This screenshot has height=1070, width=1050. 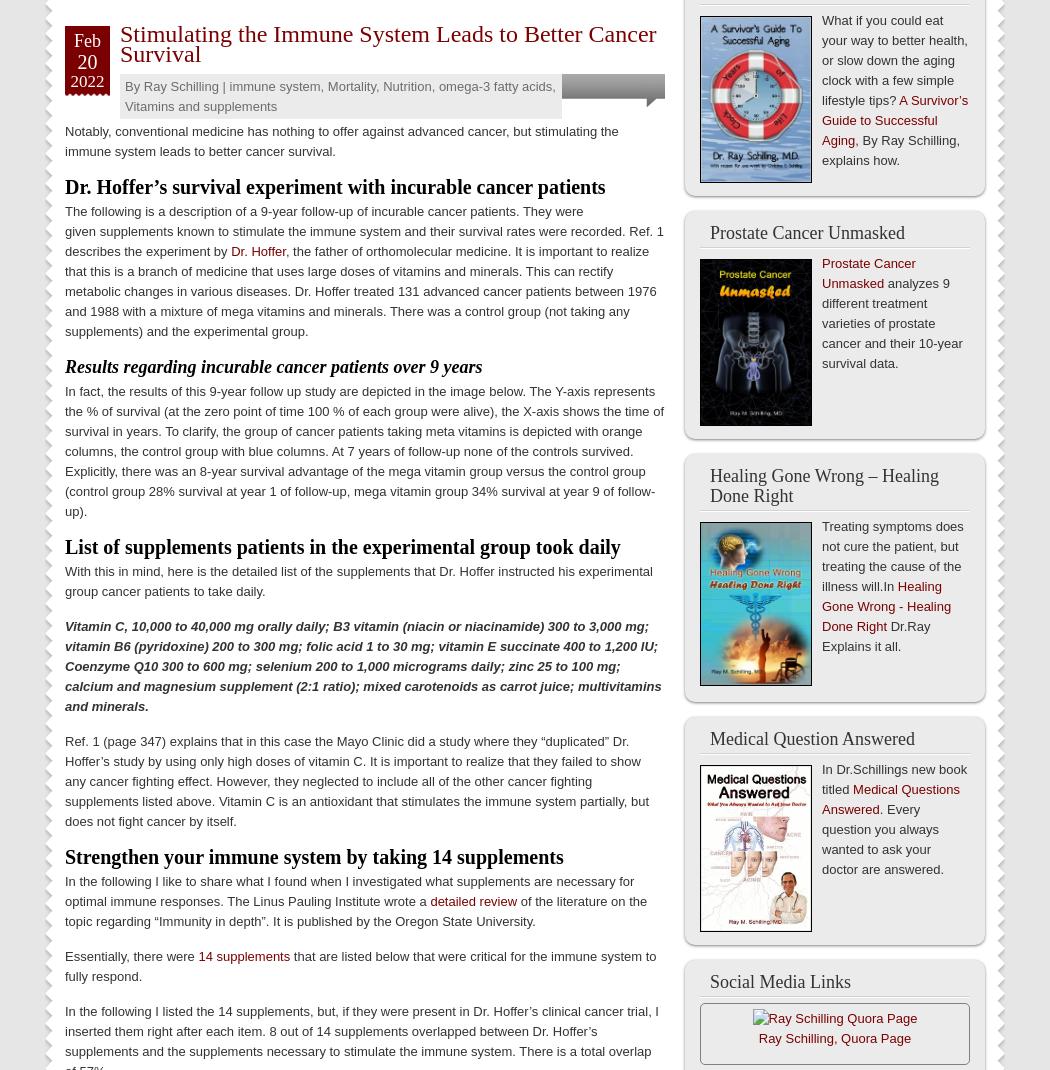 I want to click on 'detailed review', so click(x=473, y=899).